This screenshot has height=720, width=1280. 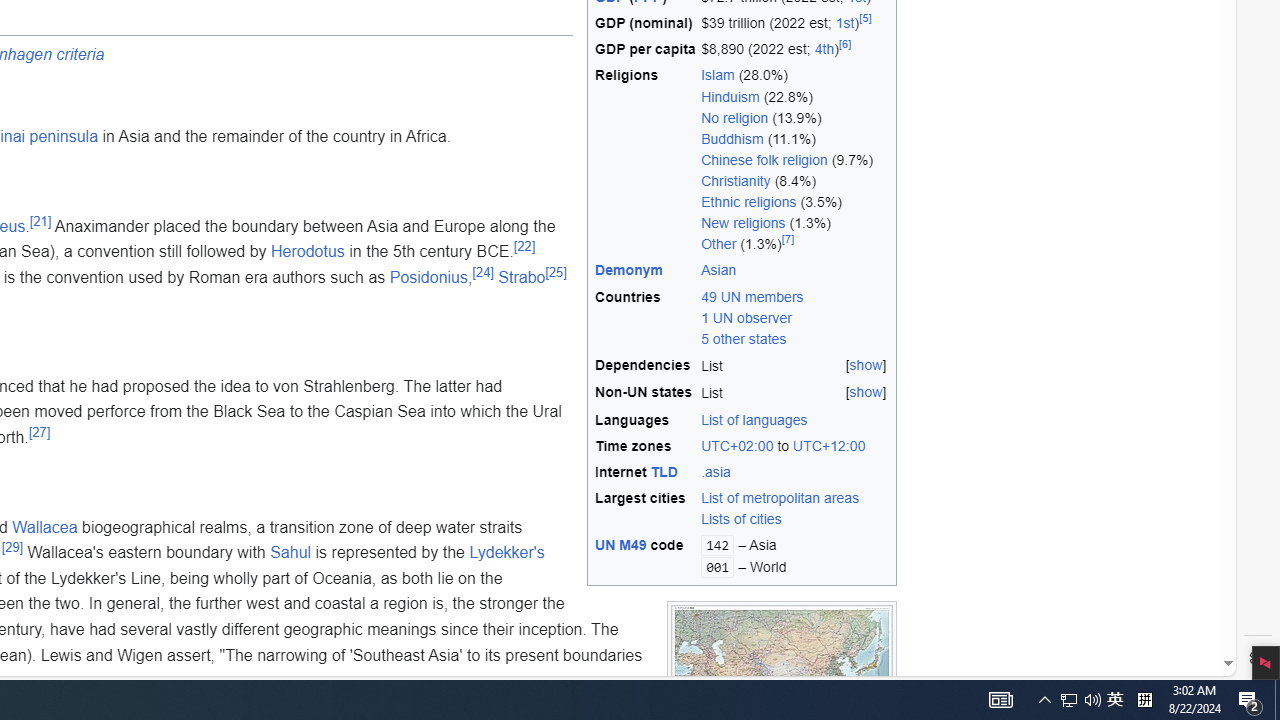 What do you see at coordinates (794, 446) in the screenshot?
I see `'UTC+02:00 to UTC+12:00'` at bounding box center [794, 446].